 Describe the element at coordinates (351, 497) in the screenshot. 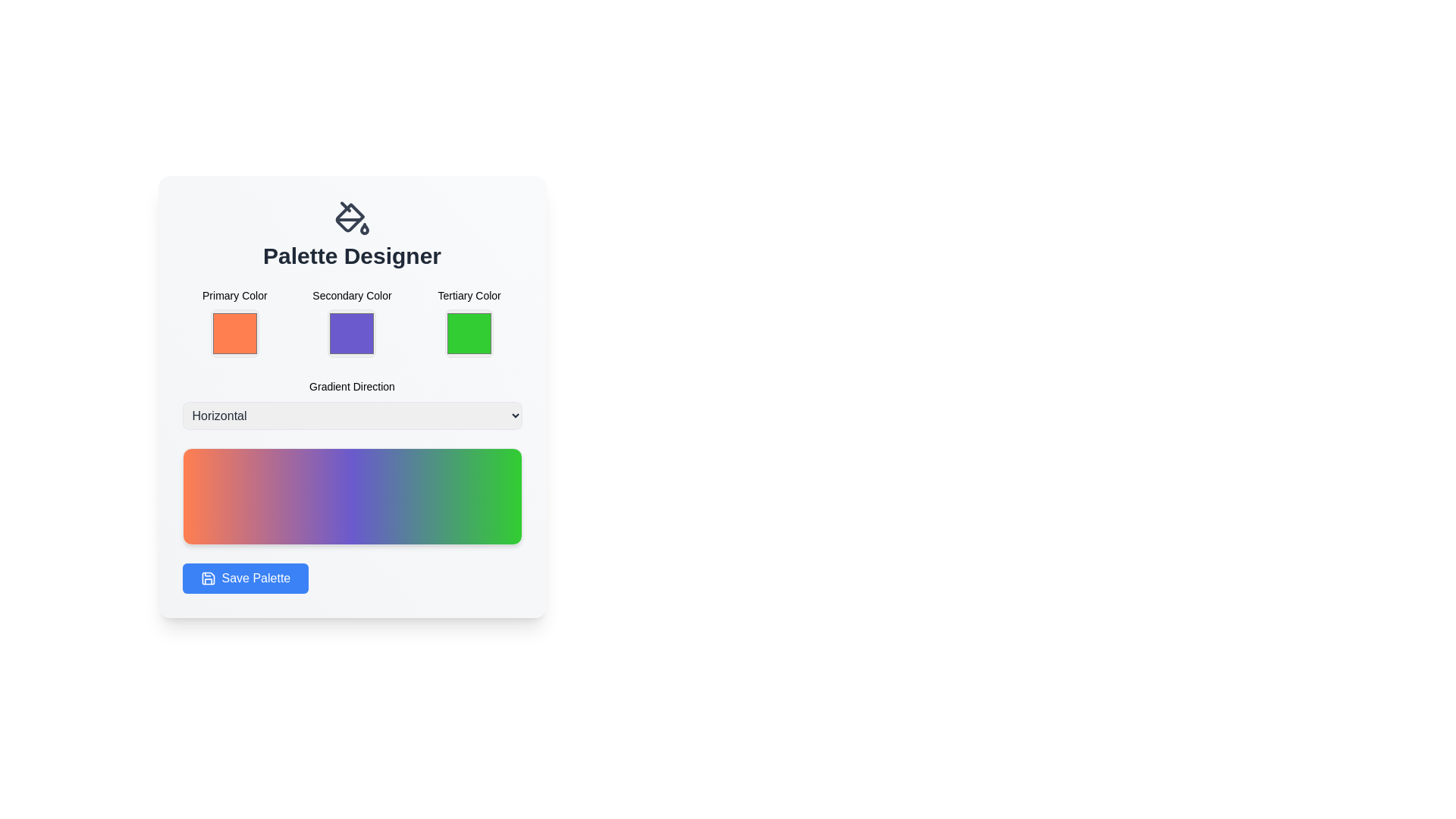

I see `the gradient preview element with a smooth gradient background transitioning from coral to blue to green, located at the bottom of the 'Palette Designer' card, above the 'Save Palette' button` at that location.